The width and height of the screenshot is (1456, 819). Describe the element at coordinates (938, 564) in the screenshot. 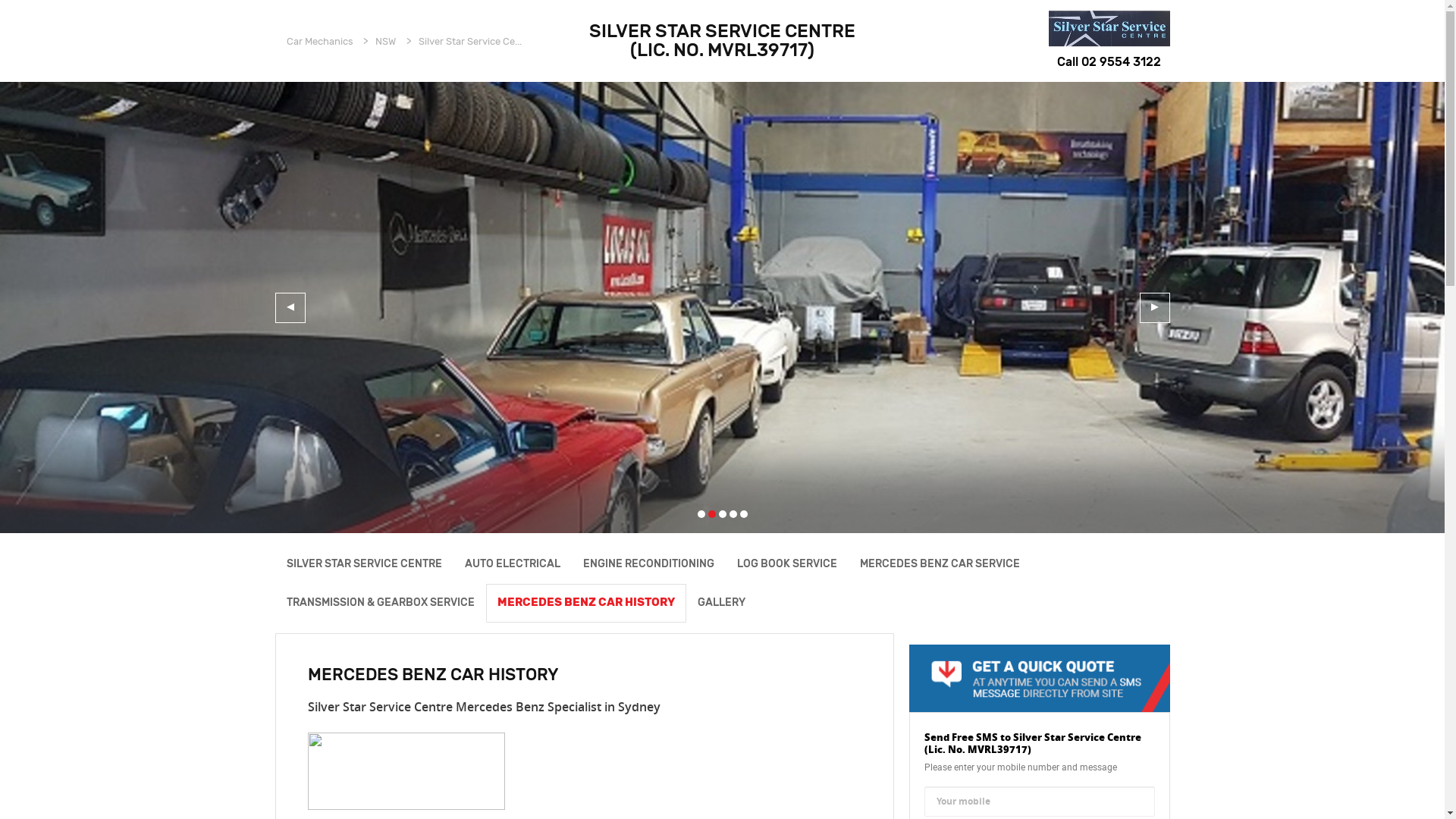

I see `'MERCEDES BENZ CAR SERVICE'` at that location.